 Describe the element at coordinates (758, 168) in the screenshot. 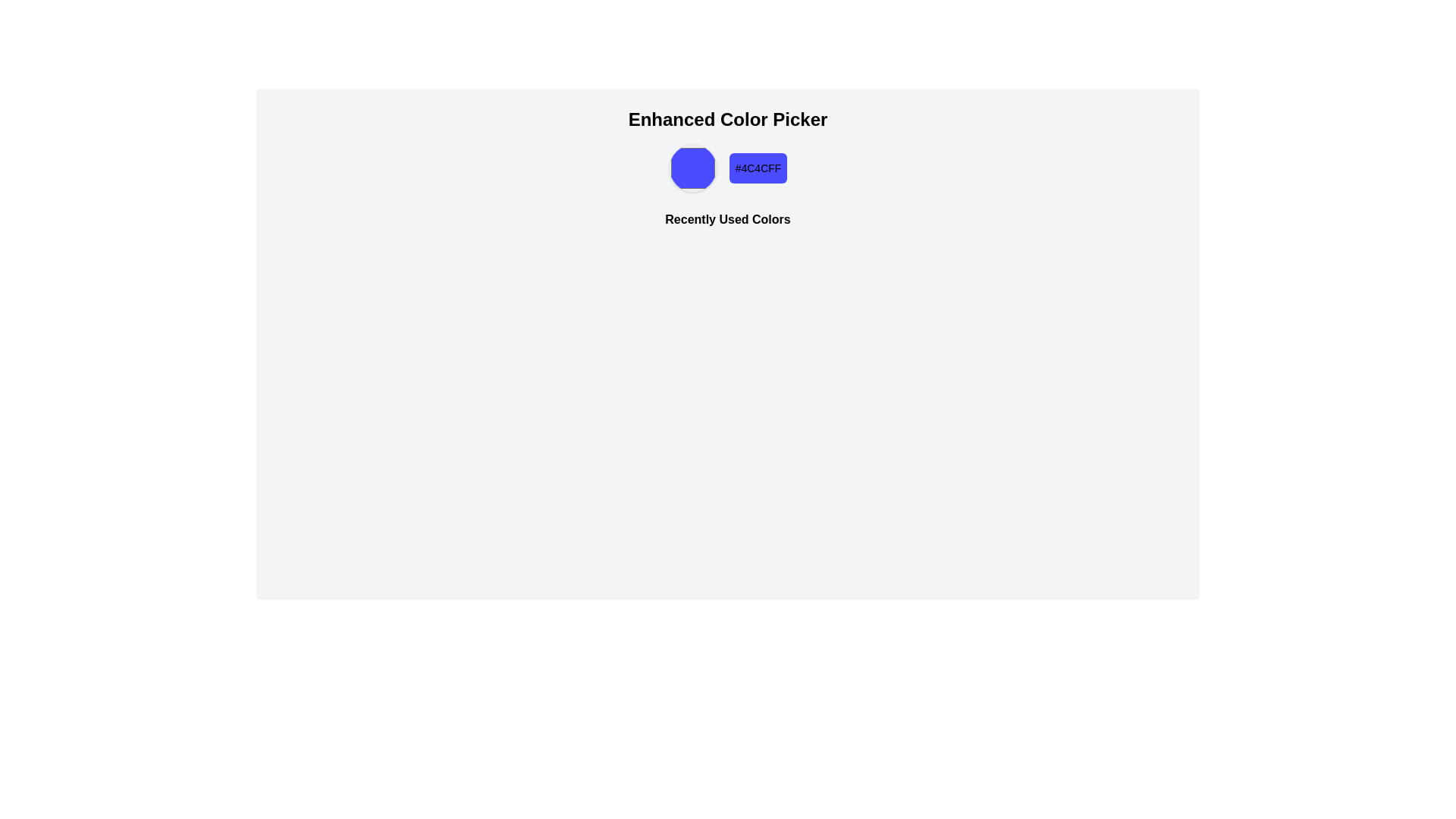

I see `the text label displaying '#4C4CFF' which is centered below the header 'Enhanced Color Picker'` at that location.